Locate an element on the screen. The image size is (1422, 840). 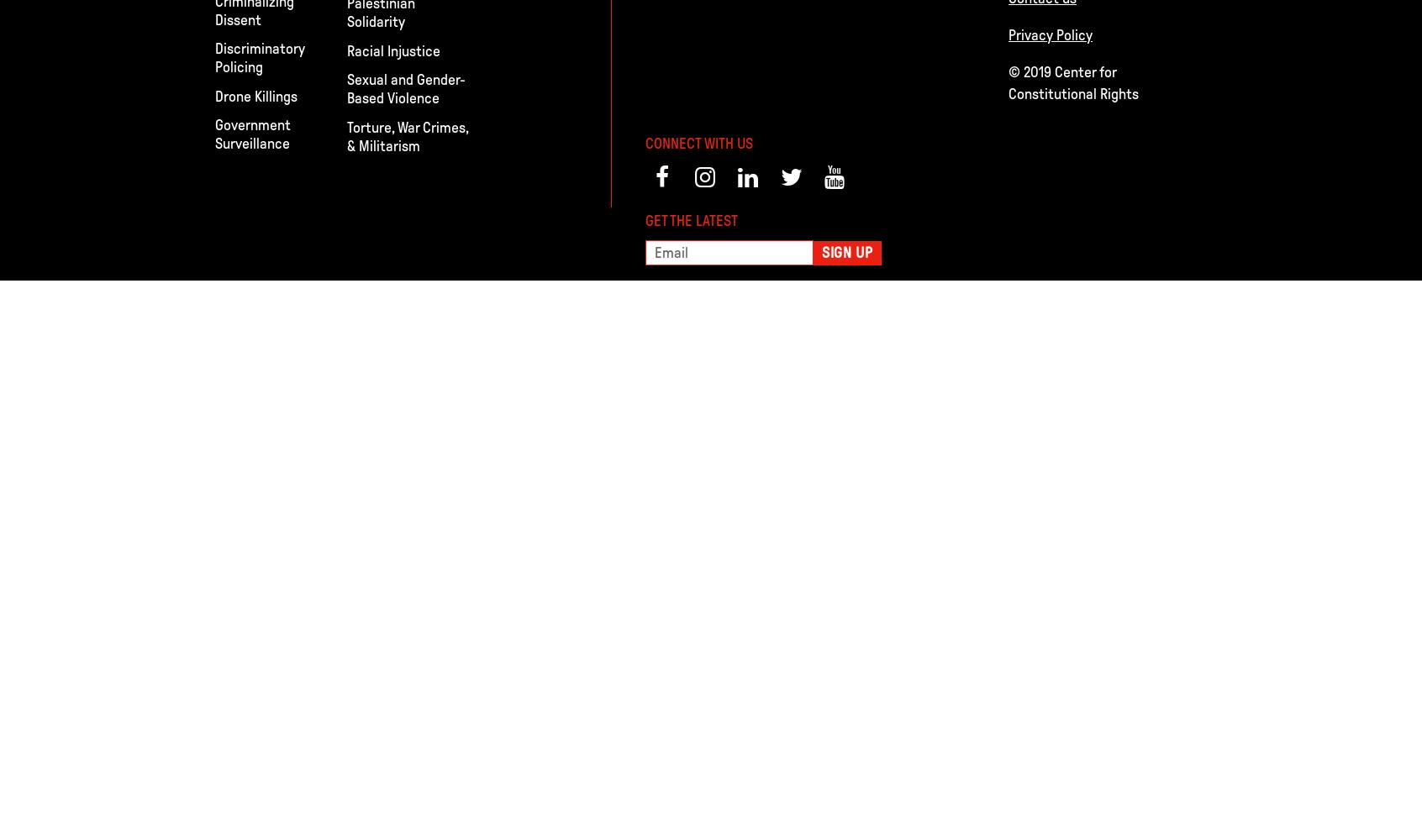
'© 2019 Center for Constitutional Rights' is located at coordinates (1072, 81).